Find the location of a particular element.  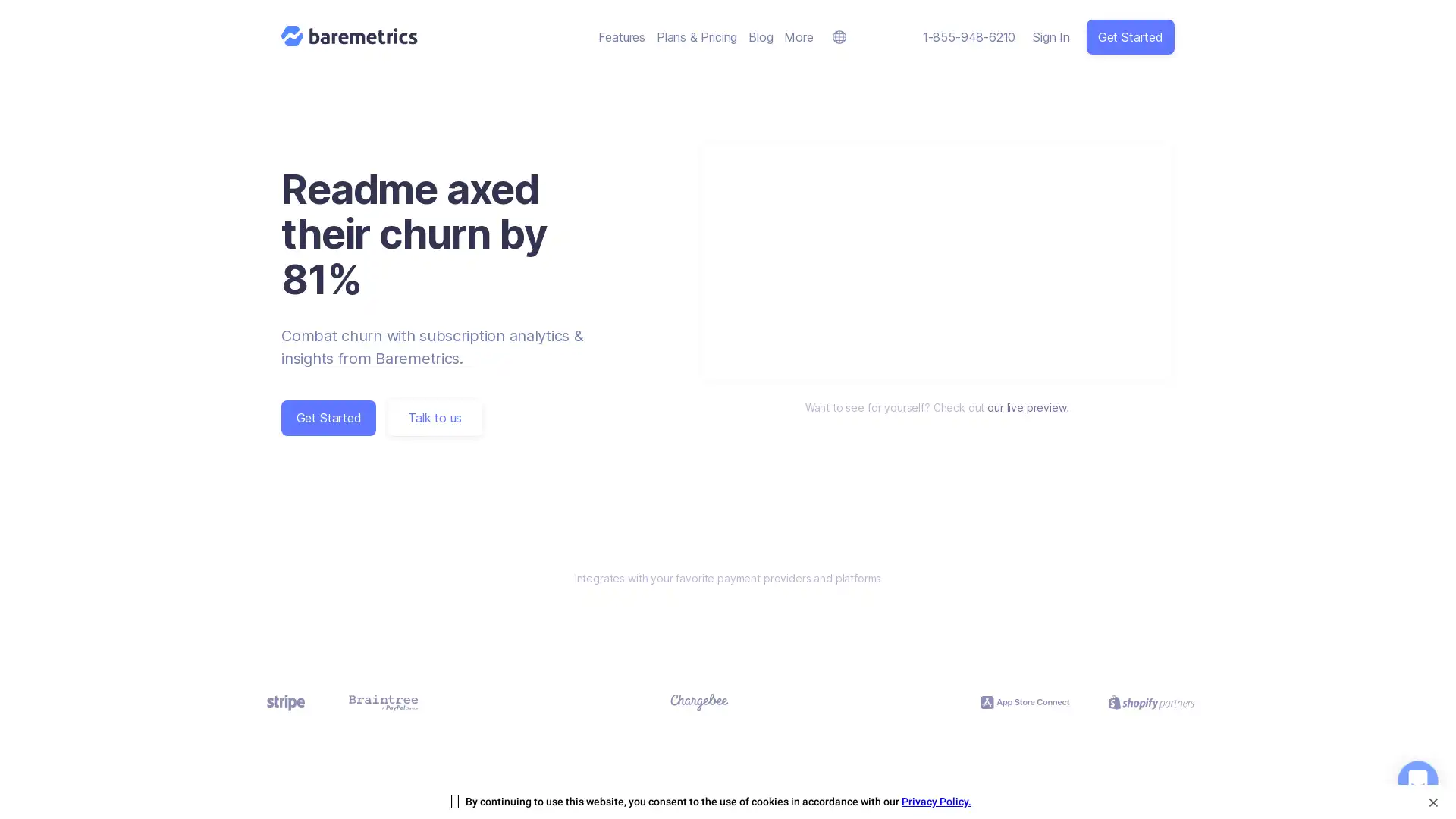

Open Intercom Messenger is located at coordinates (1417, 780).